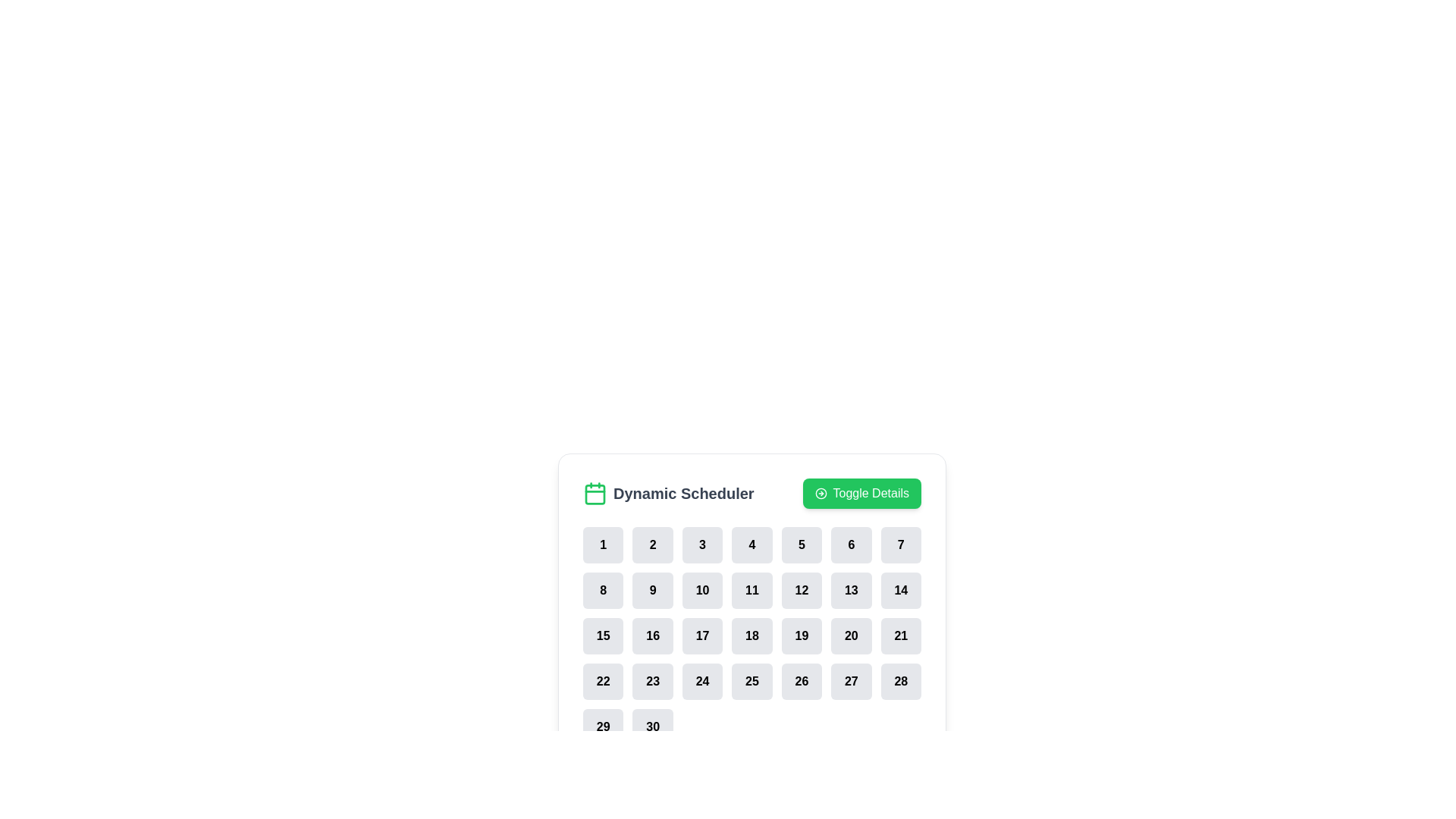 The image size is (1456, 819). Describe the element at coordinates (851, 590) in the screenshot. I see `the interactive button for selecting the number '13' in the scheduling system, located in the second row and sixth column of the grid layout` at that location.